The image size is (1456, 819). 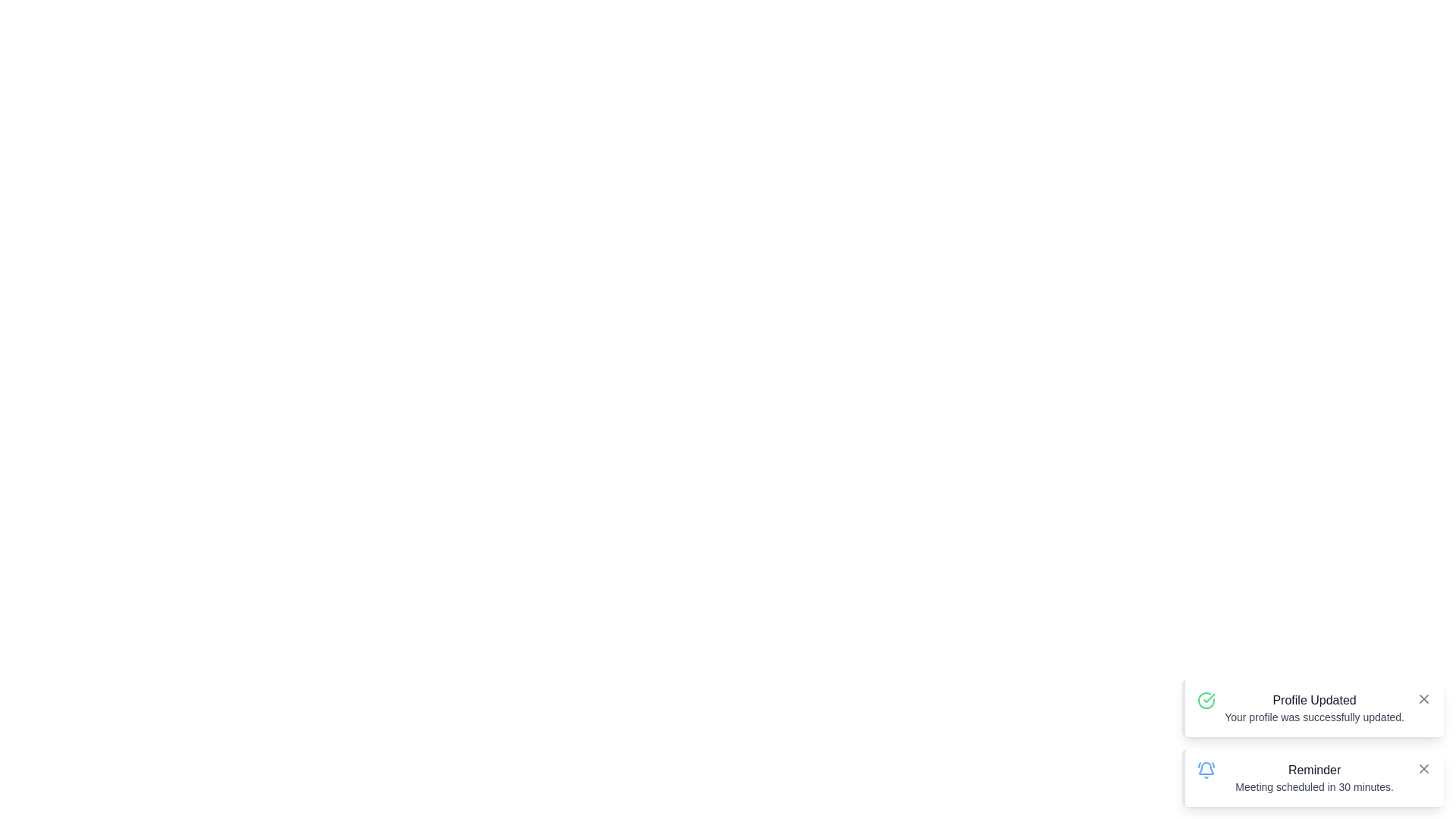 I want to click on the Text label that displays the title or header for the notification at the bottom-right corner of the interface, so click(x=1313, y=770).